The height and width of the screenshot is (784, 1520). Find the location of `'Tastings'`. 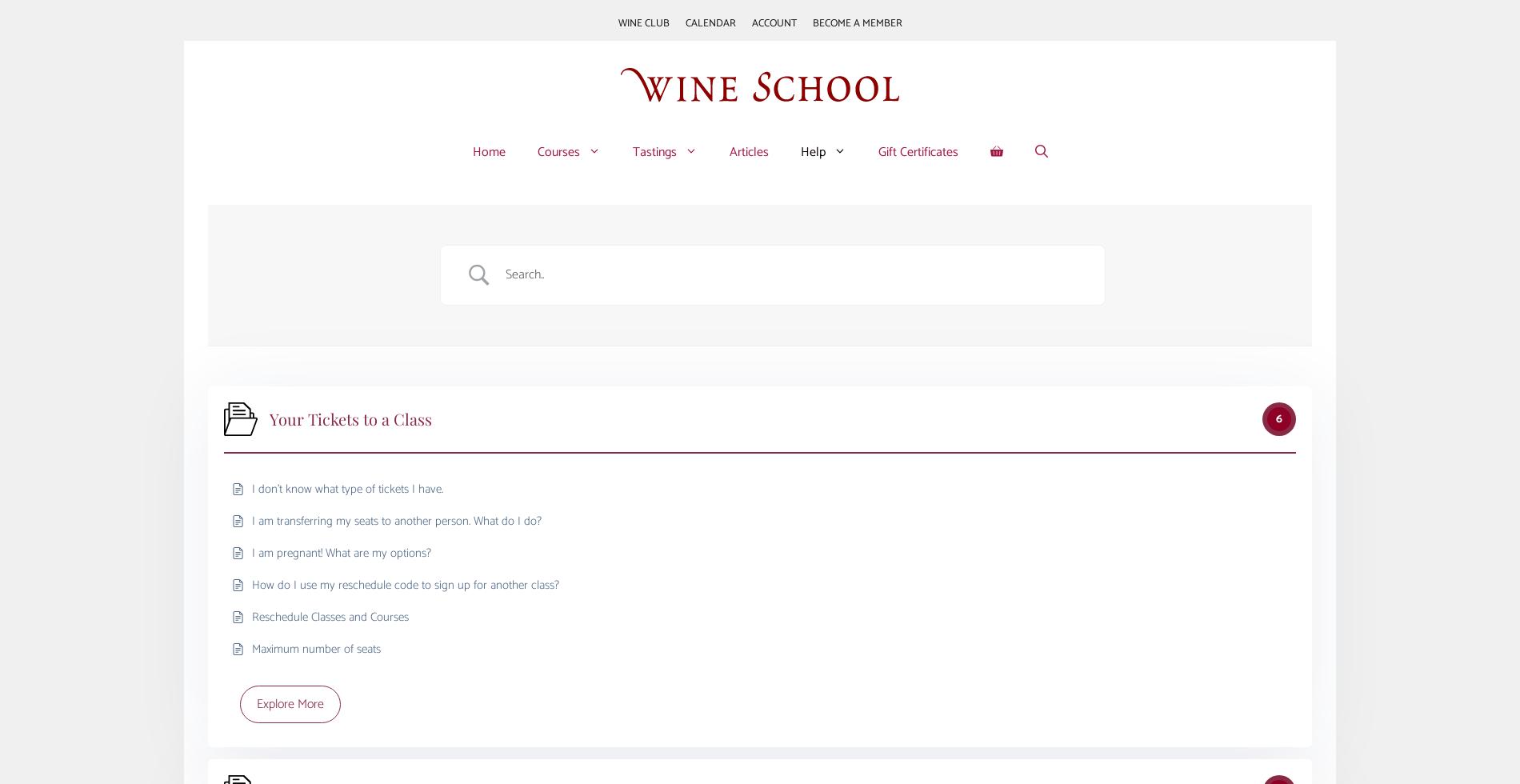

'Tastings' is located at coordinates (653, 151).